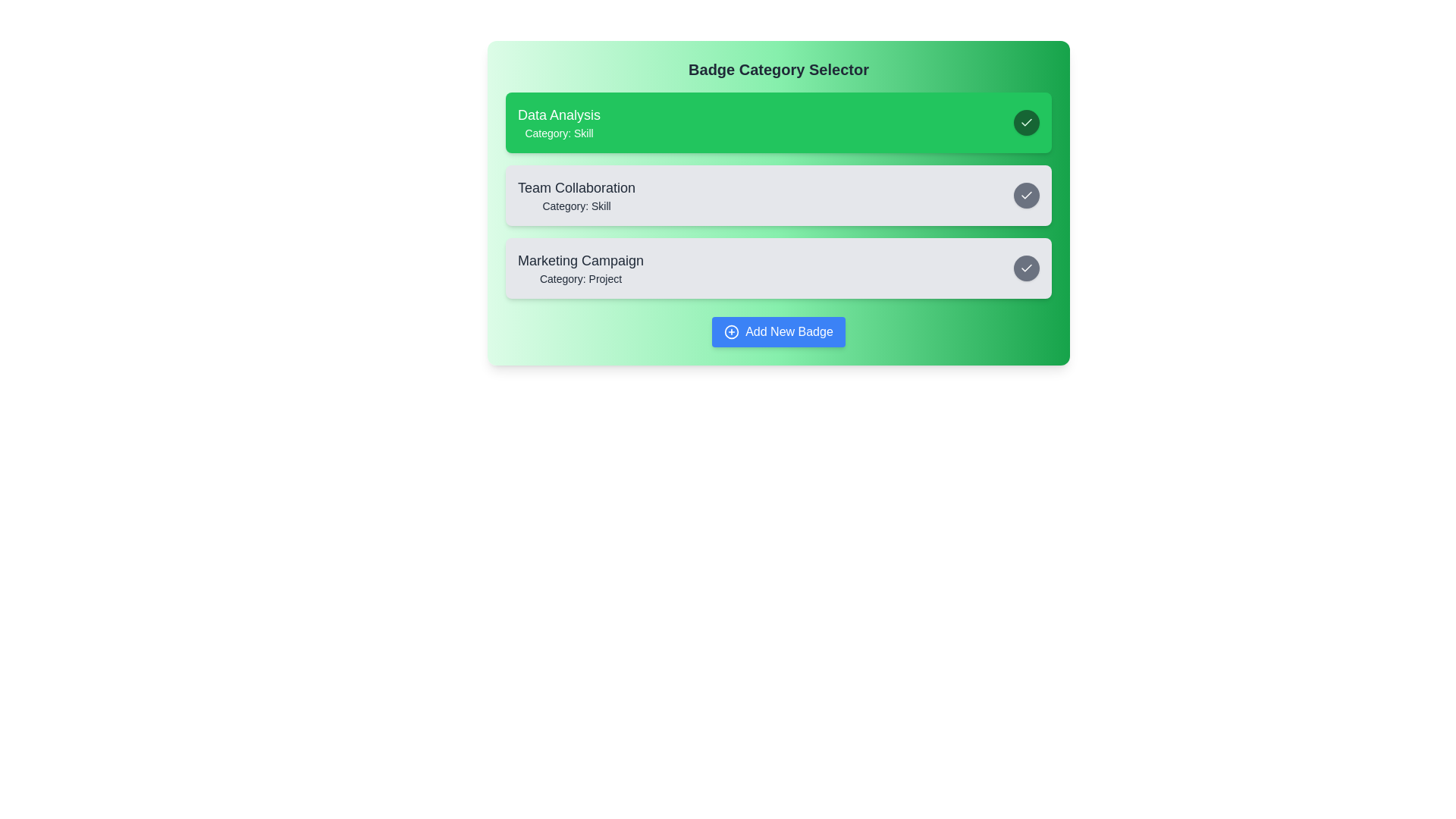  Describe the element at coordinates (779, 195) in the screenshot. I see `the badge corresponding to Team Collaboration` at that location.